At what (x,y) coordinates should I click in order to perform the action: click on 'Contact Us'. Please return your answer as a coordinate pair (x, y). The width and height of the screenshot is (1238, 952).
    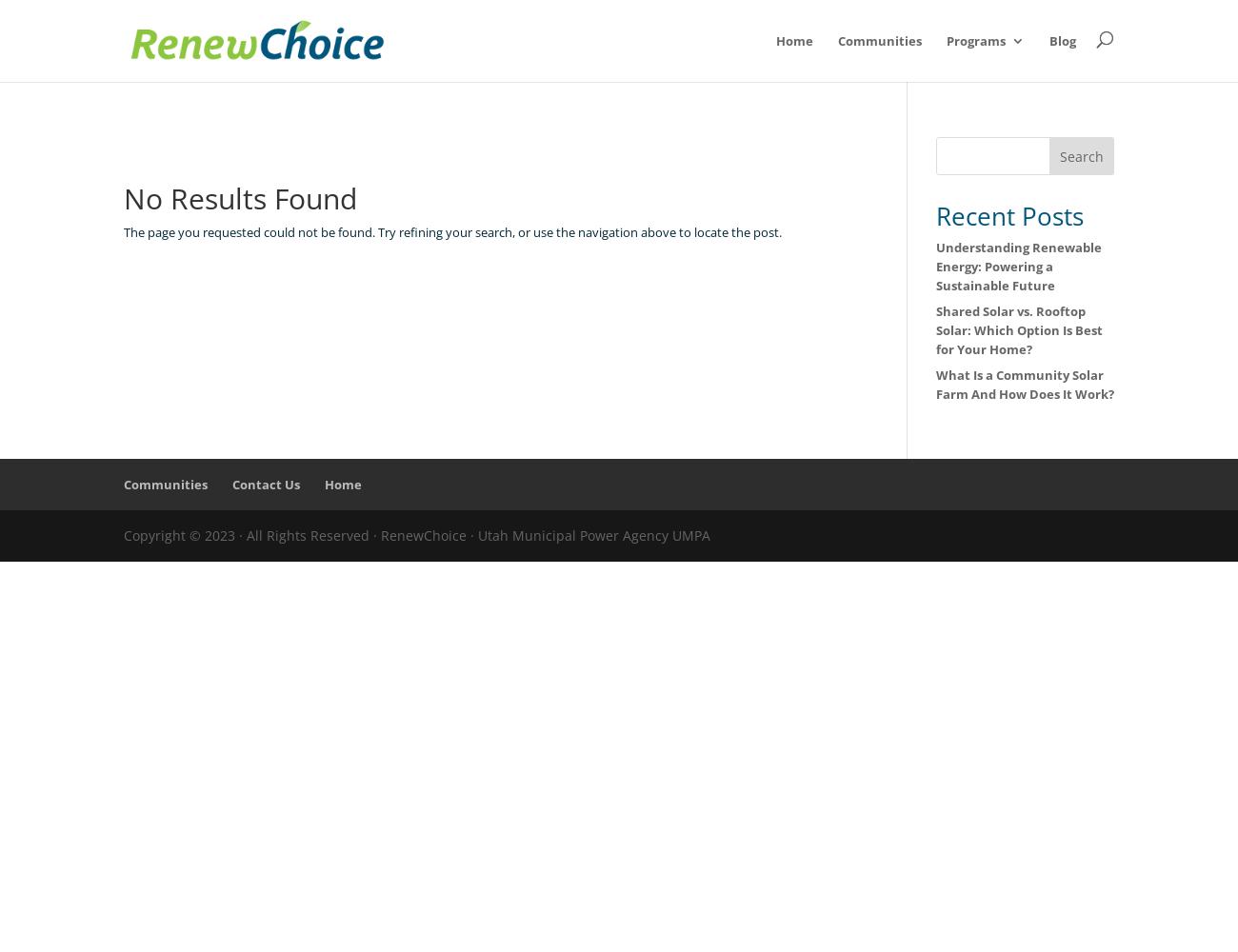
    Looking at the image, I should click on (266, 485).